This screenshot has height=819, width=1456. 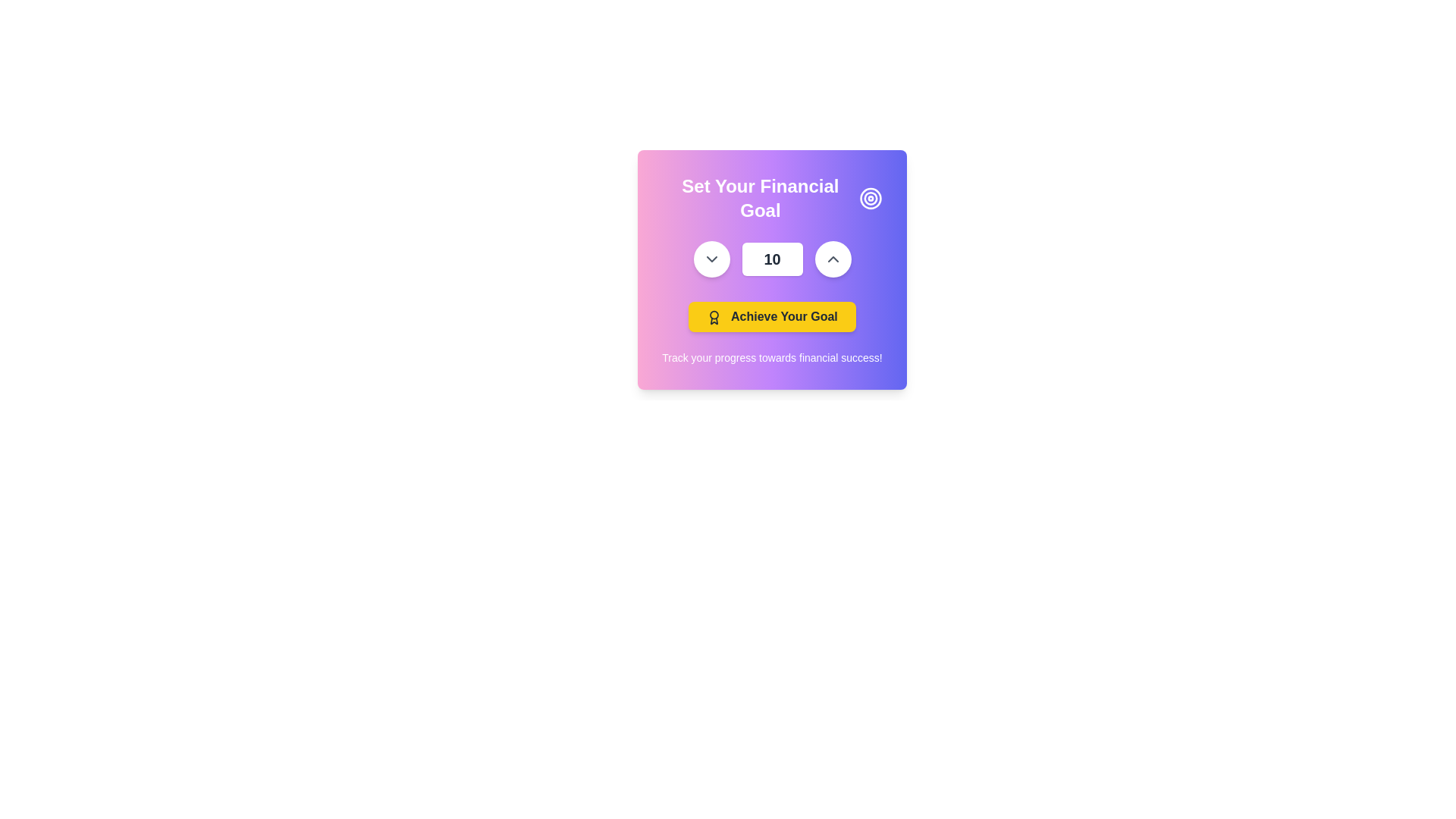 What do you see at coordinates (871, 198) in the screenshot?
I see `the outermost ring of the target icon located in the top-right corner of the 'Set Your Financial Goal' card` at bounding box center [871, 198].